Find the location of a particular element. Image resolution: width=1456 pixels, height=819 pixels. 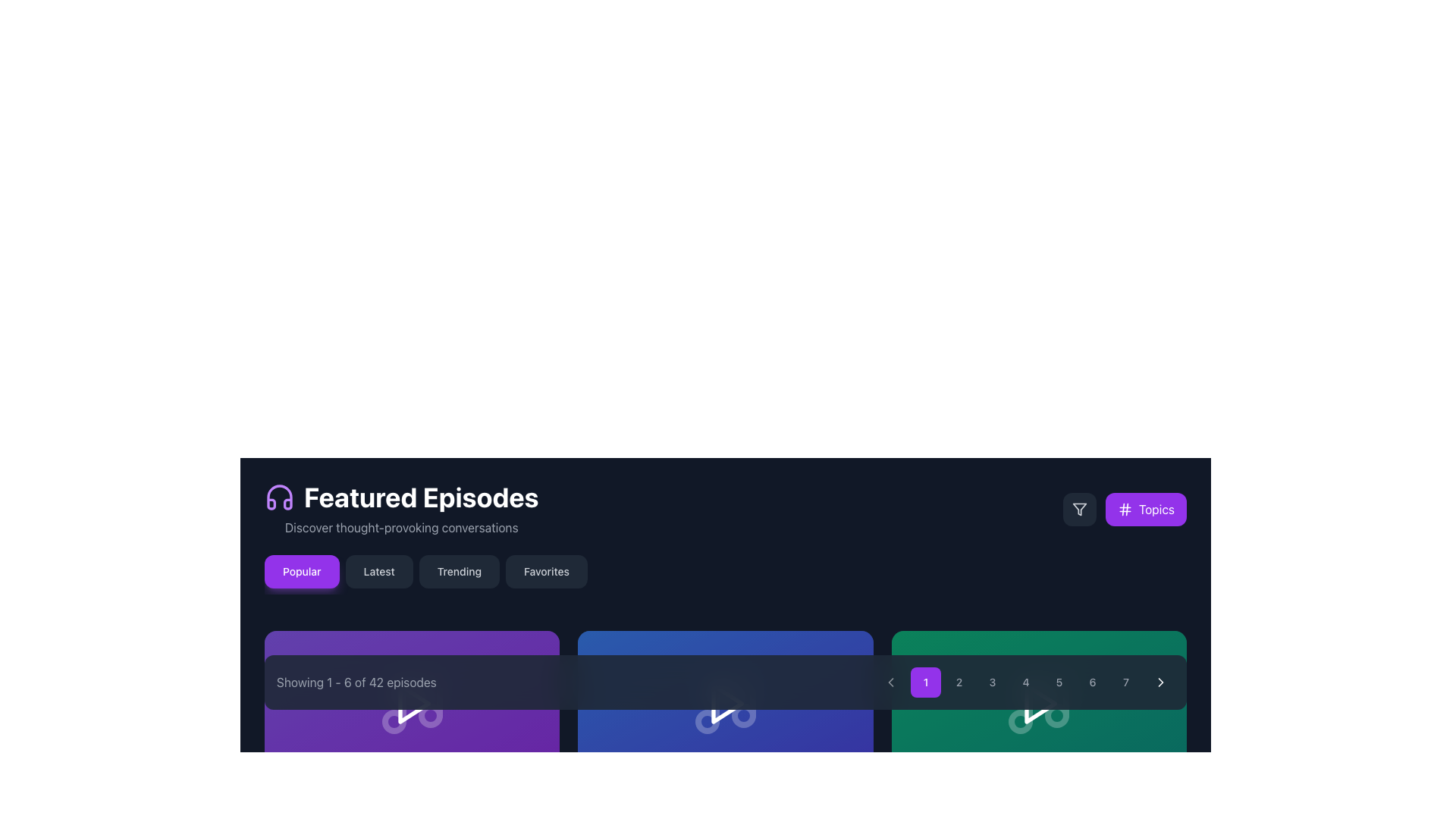

the audio-related icon located to the left of the 'Featured Episodes' title is located at coordinates (280, 497).